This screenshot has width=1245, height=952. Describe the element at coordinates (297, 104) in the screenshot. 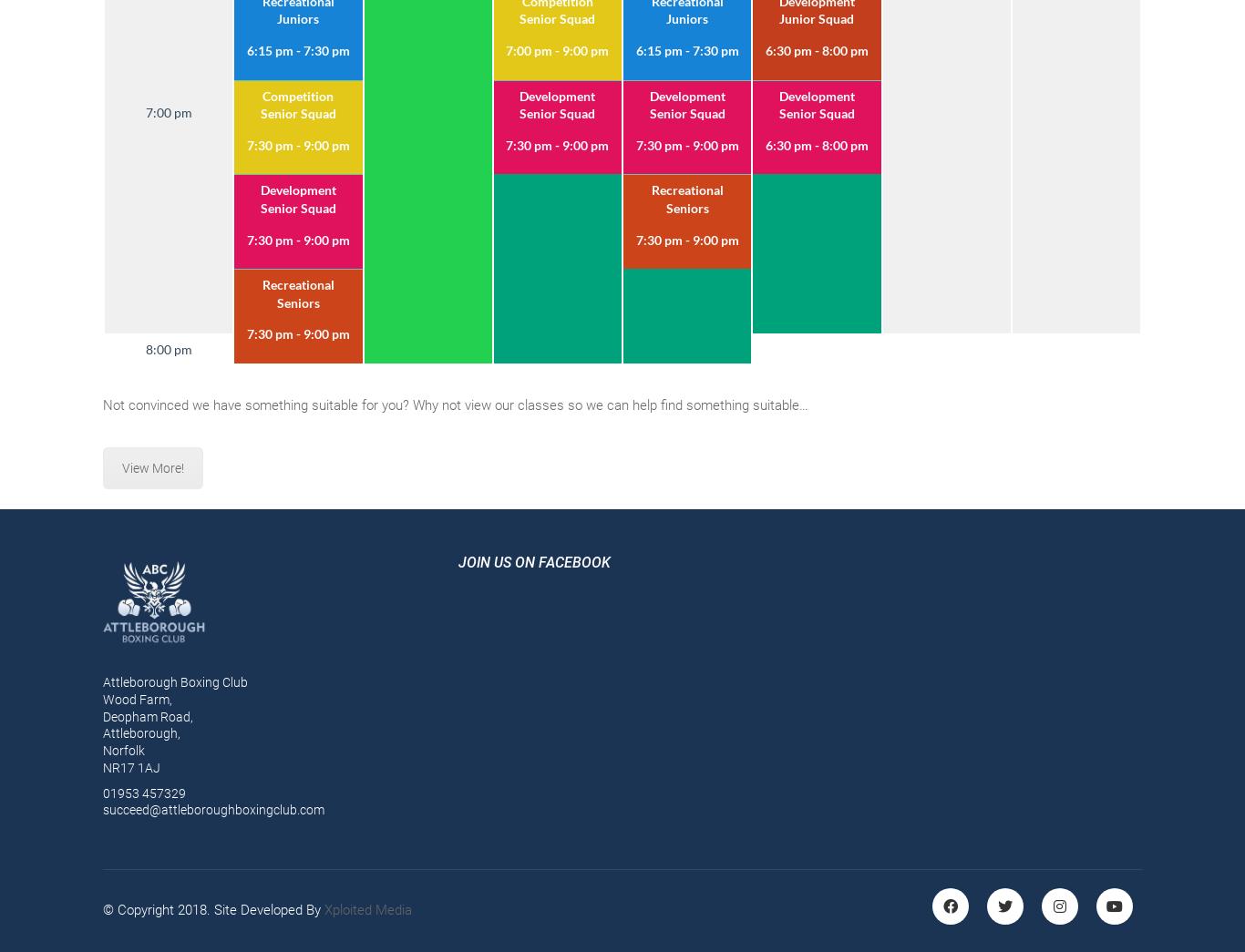

I see `'Competition Senior Squad'` at that location.